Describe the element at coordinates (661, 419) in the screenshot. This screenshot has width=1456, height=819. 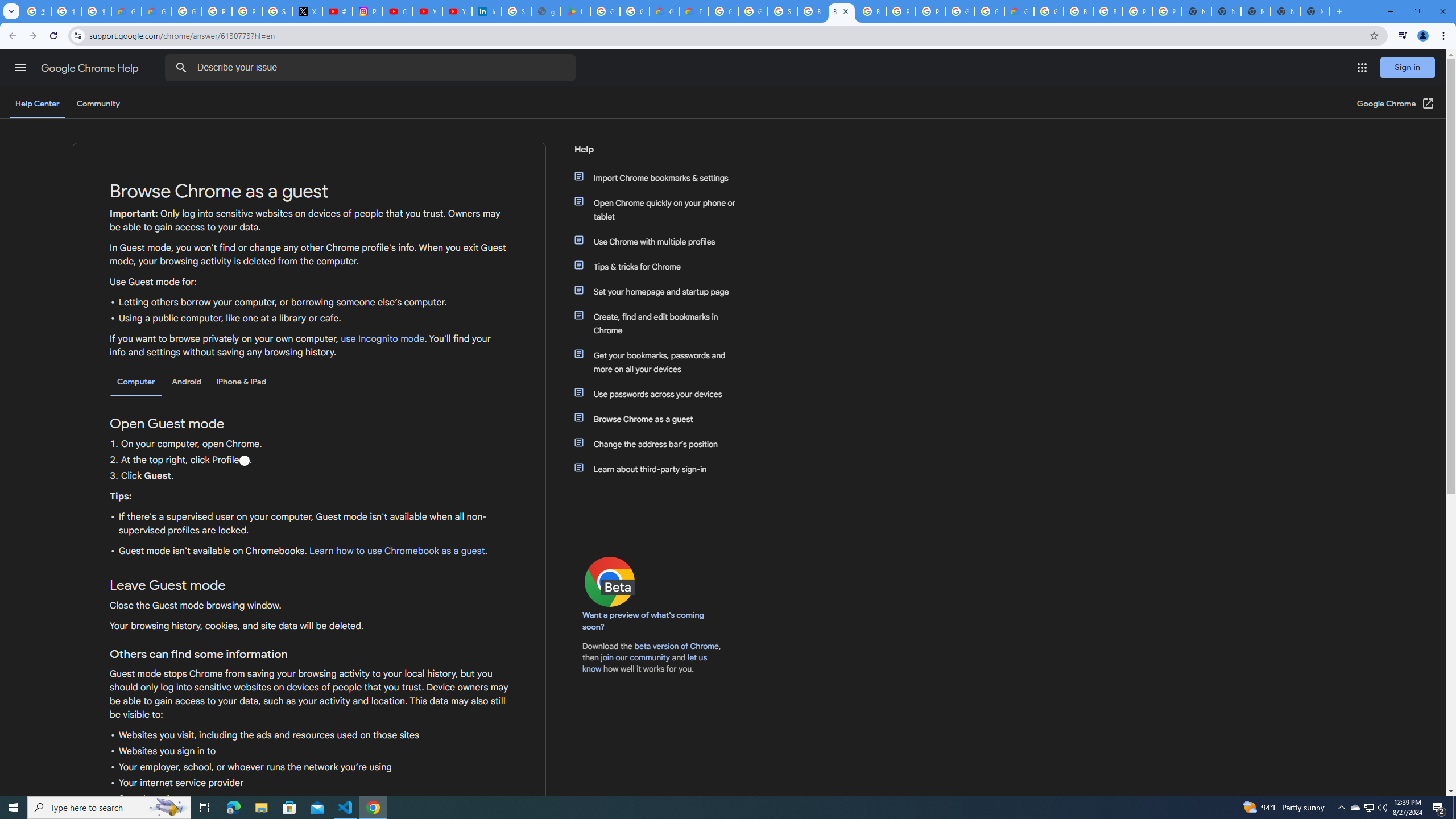
I see `'Browse Chrome as a guest'` at that location.